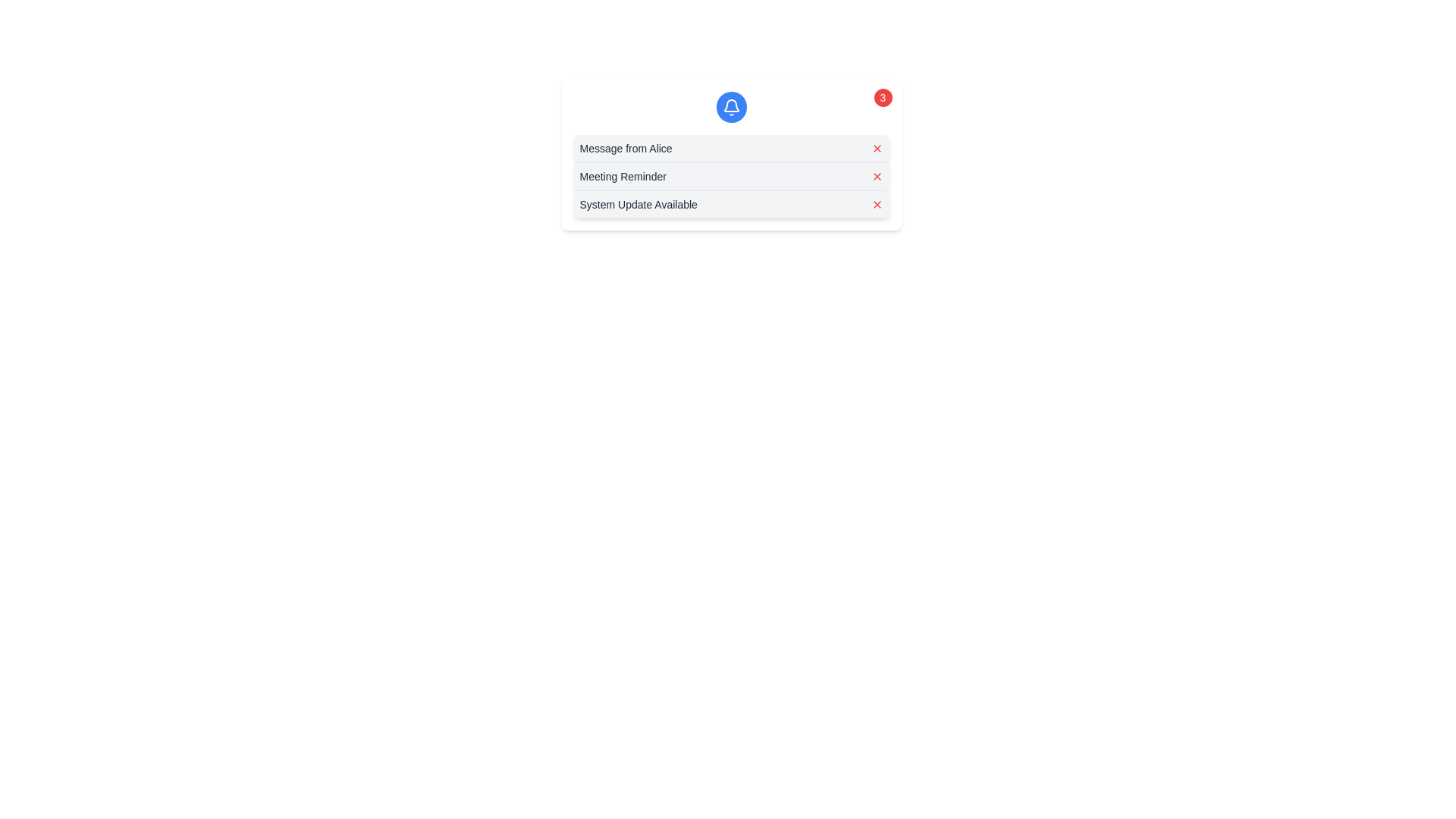  I want to click on the dismiss button for the 'Meeting Reminder' notification, so click(877, 175).